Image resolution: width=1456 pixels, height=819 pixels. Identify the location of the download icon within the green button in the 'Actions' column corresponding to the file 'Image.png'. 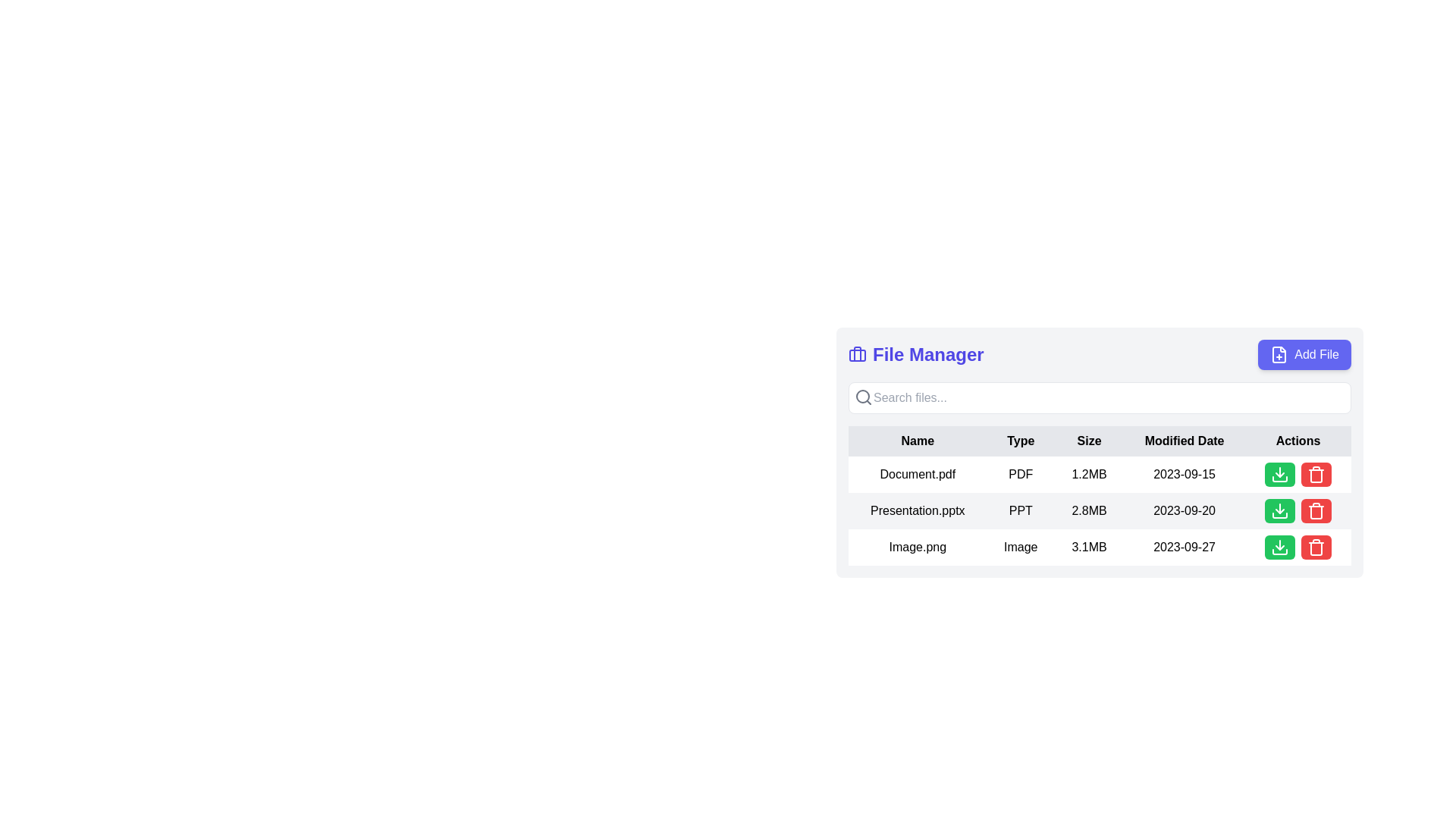
(1279, 473).